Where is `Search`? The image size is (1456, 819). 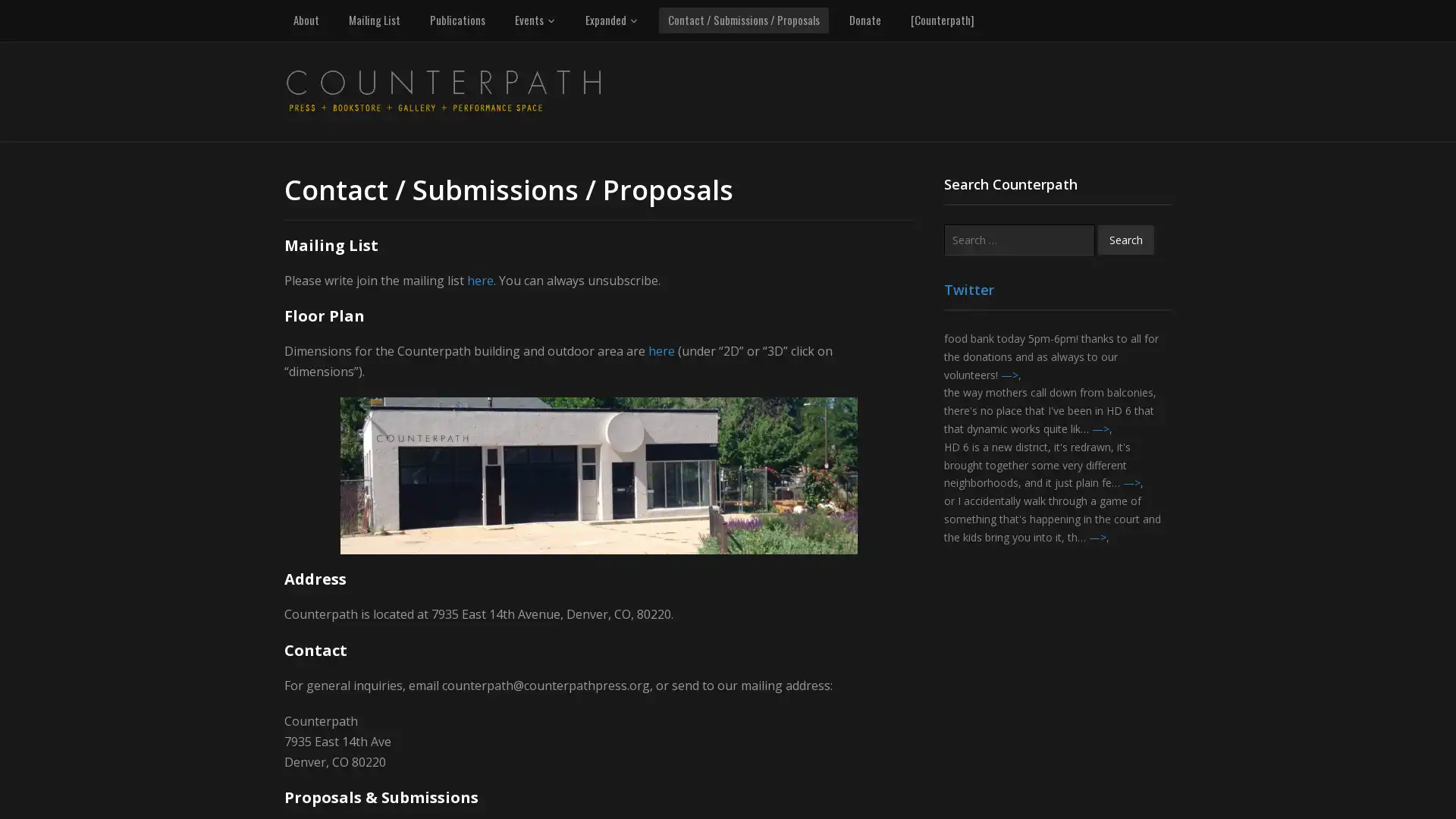 Search is located at coordinates (1125, 239).